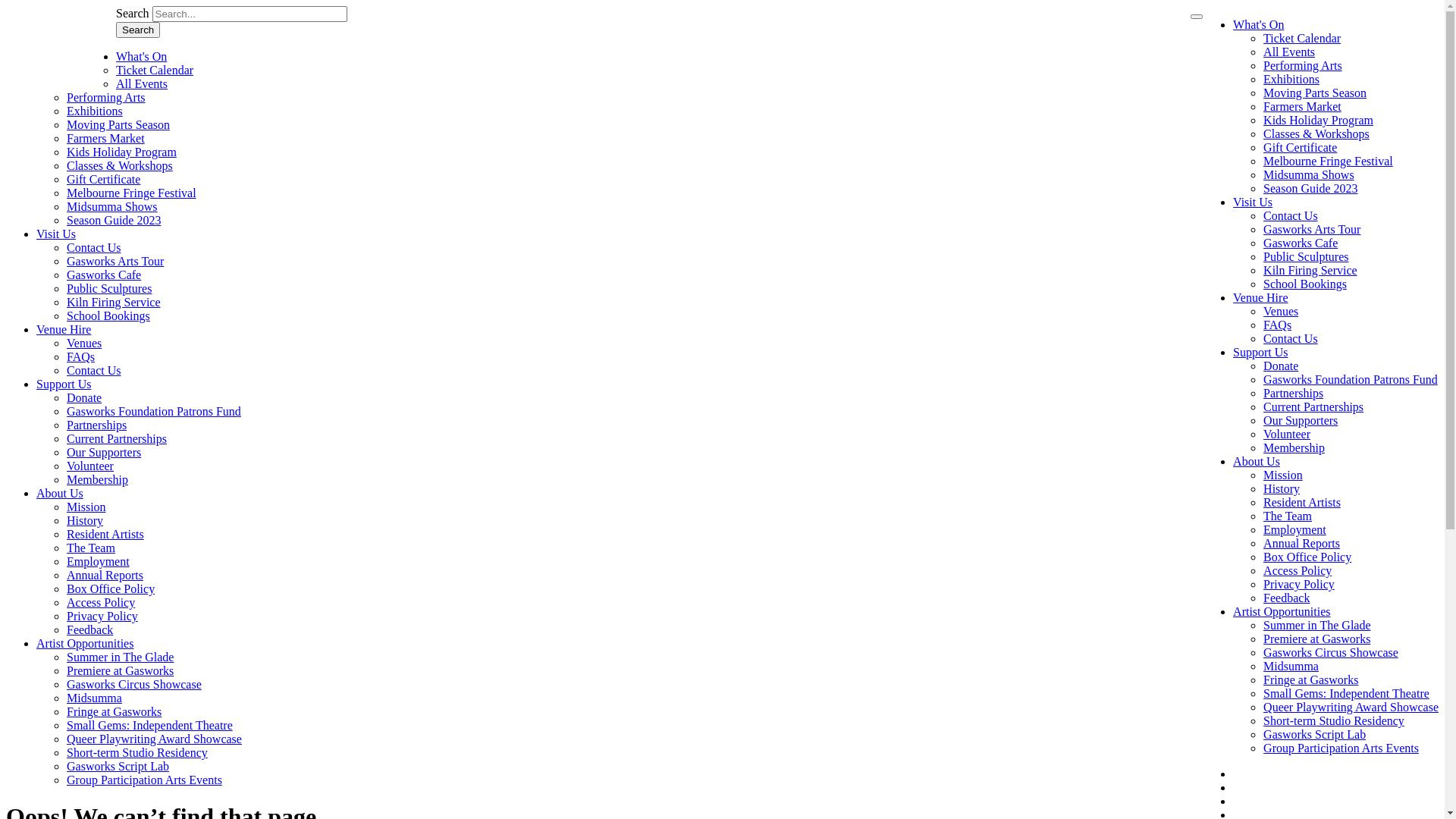 This screenshot has width=1456, height=819. I want to click on 'Performing Arts', so click(105, 97).